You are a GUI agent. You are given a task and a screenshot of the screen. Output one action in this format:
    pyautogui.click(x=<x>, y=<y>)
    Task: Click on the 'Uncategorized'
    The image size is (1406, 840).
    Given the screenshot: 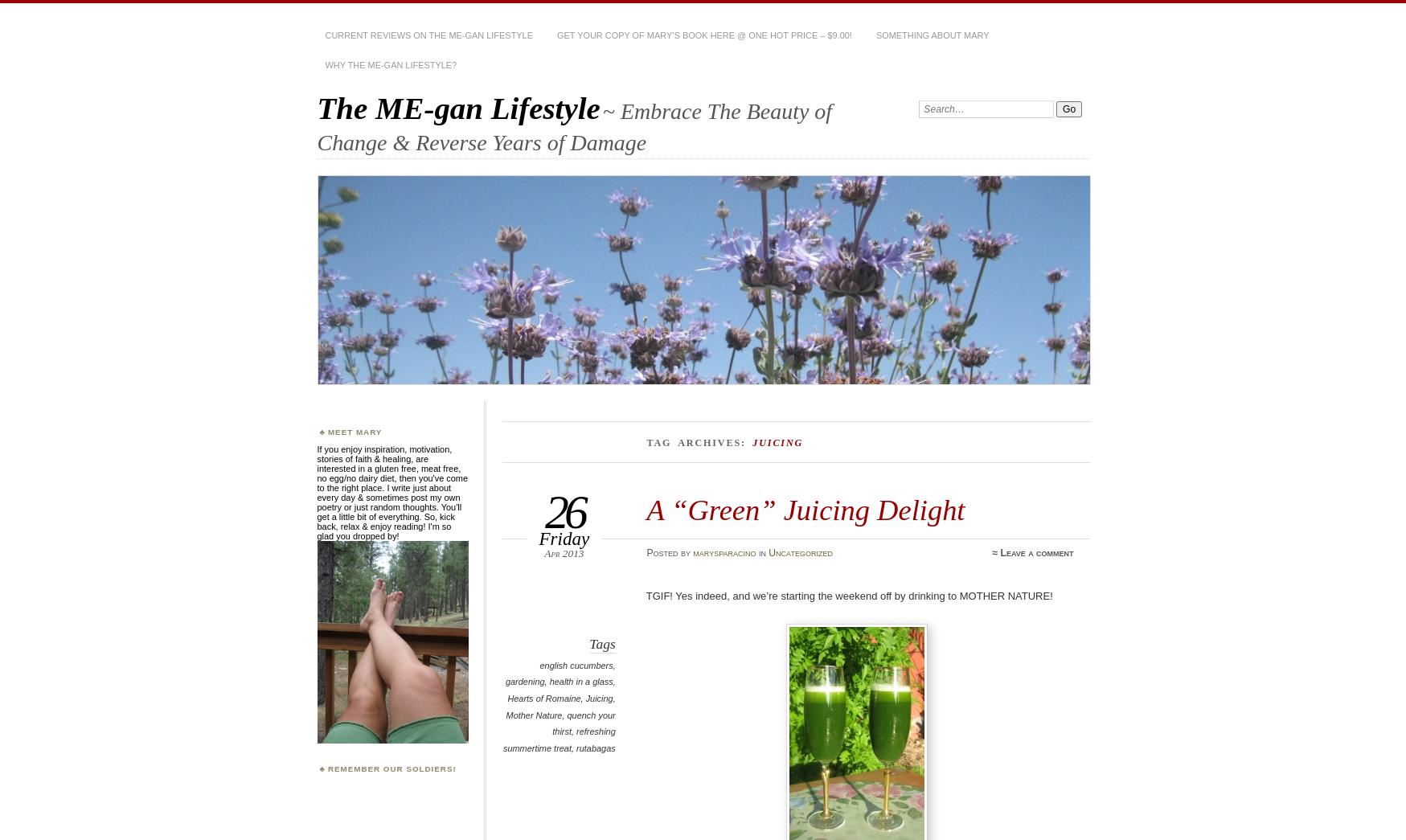 What is the action you would take?
    pyautogui.click(x=768, y=551)
    